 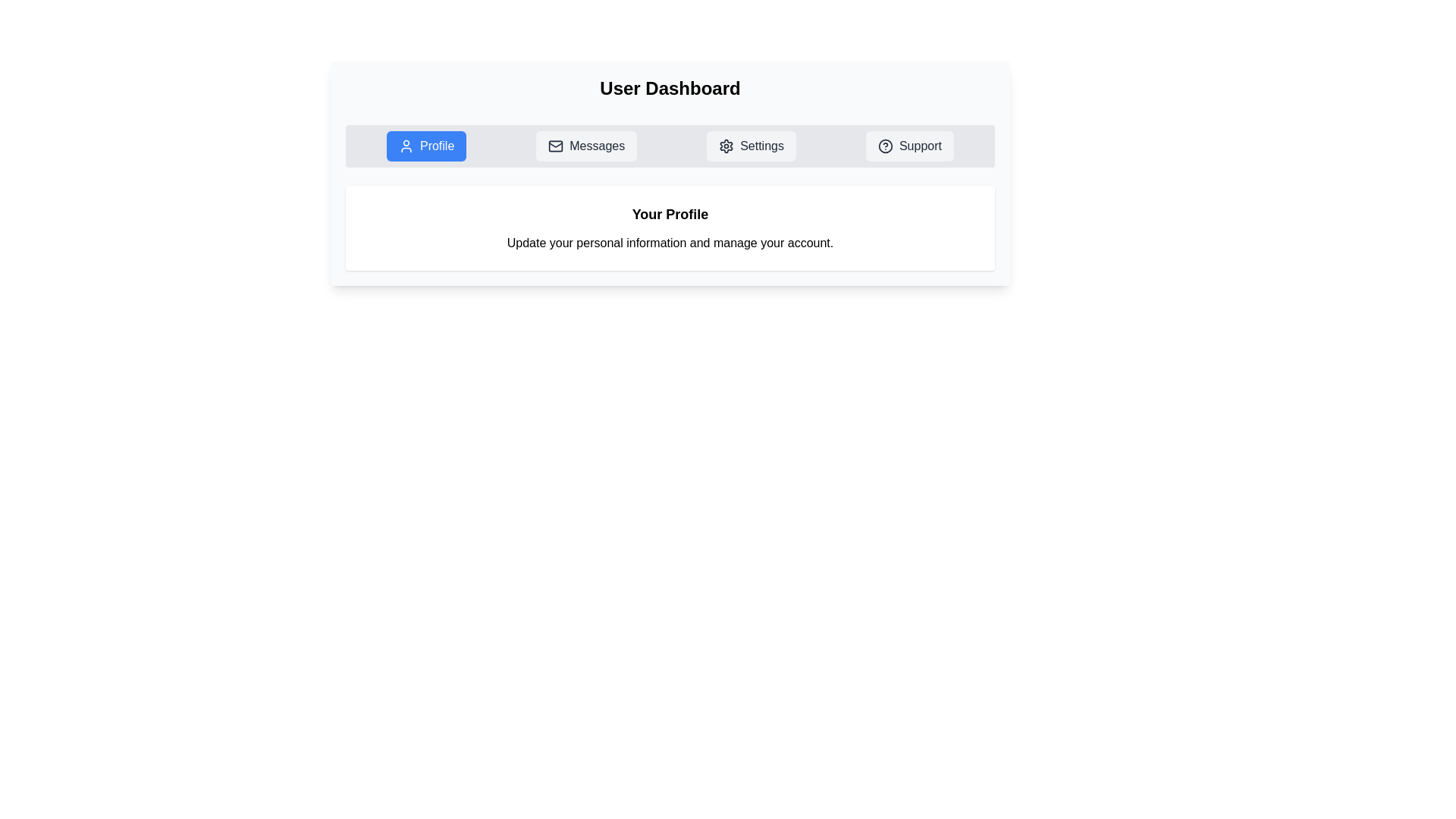 What do you see at coordinates (596, 146) in the screenshot?
I see `the 'Messages' text label within the navigation bar, which is located to the right of the 'Profile' option and includes a mail icon` at bounding box center [596, 146].